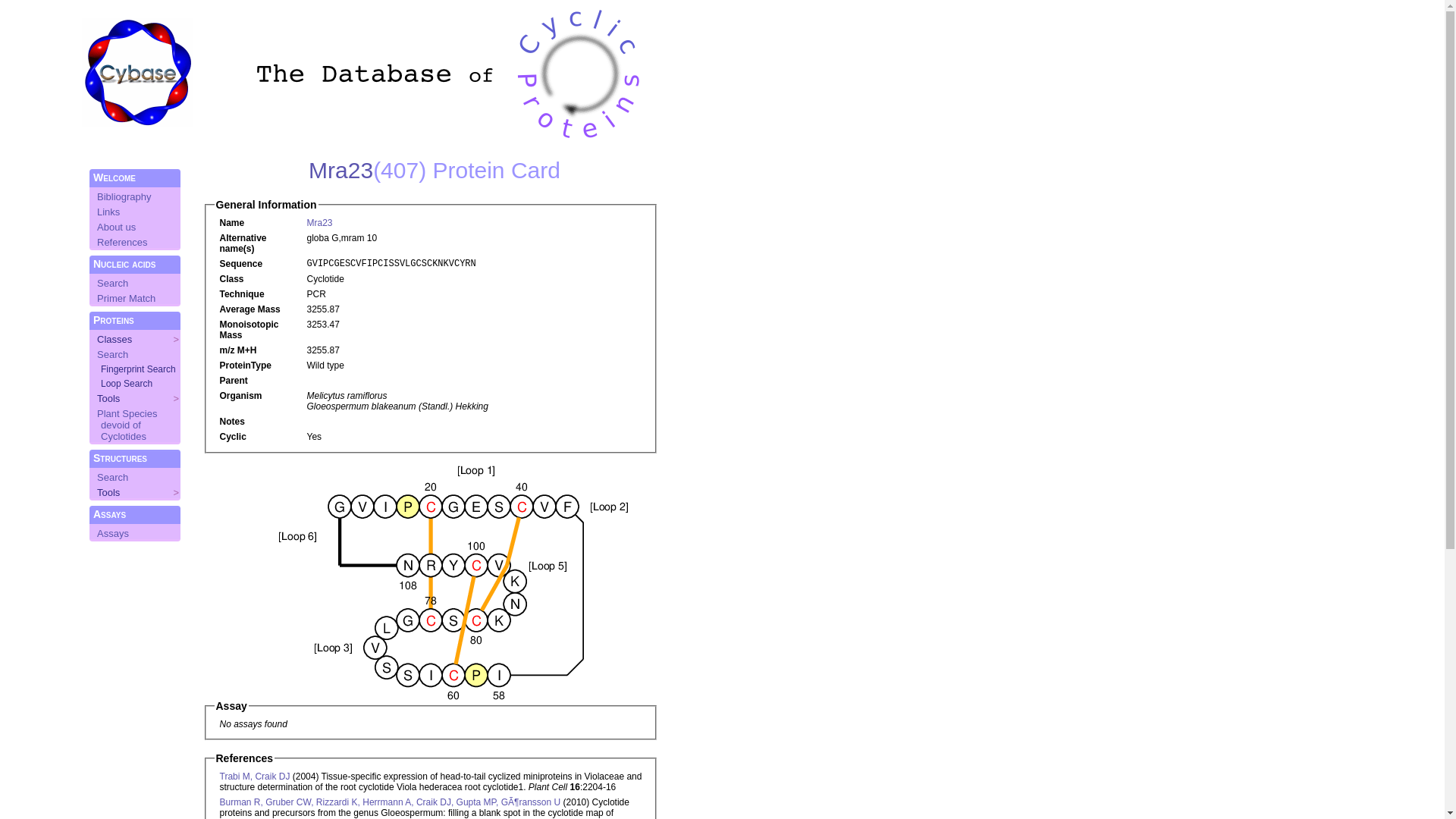  I want to click on 'Search', so click(111, 476).